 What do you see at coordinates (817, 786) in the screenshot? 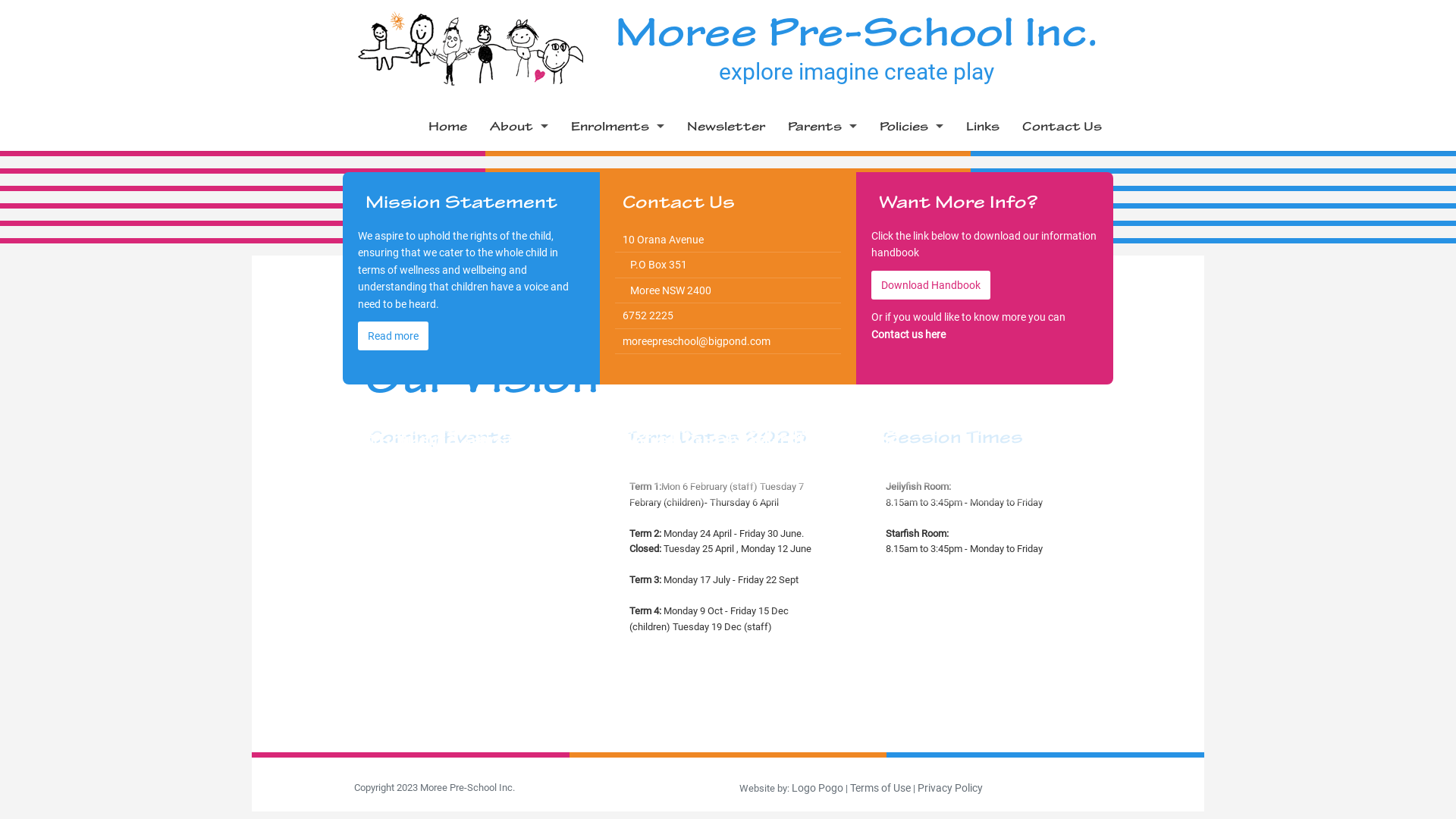
I see `'Logo Pogo'` at bounding box center [817, 786].